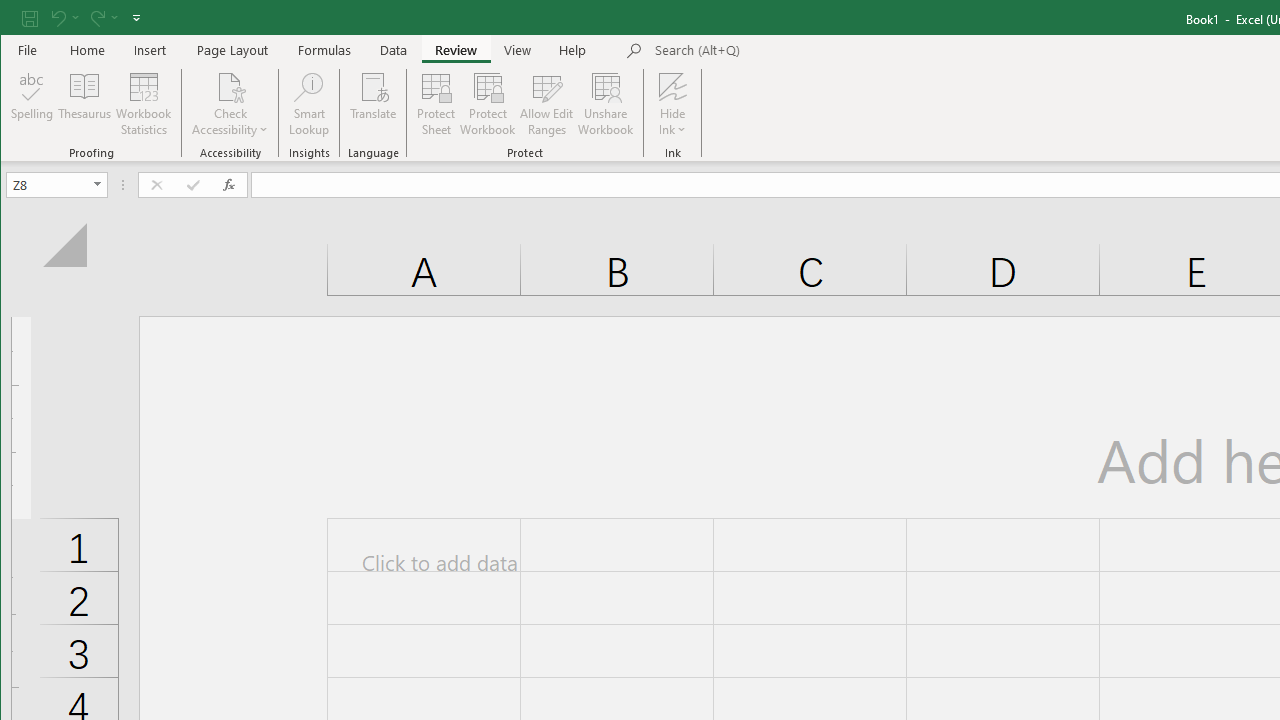 Image resolution: width=1280 pixels, height=720 pixels. I want to click on 'Spelling...', so click(32, 104).